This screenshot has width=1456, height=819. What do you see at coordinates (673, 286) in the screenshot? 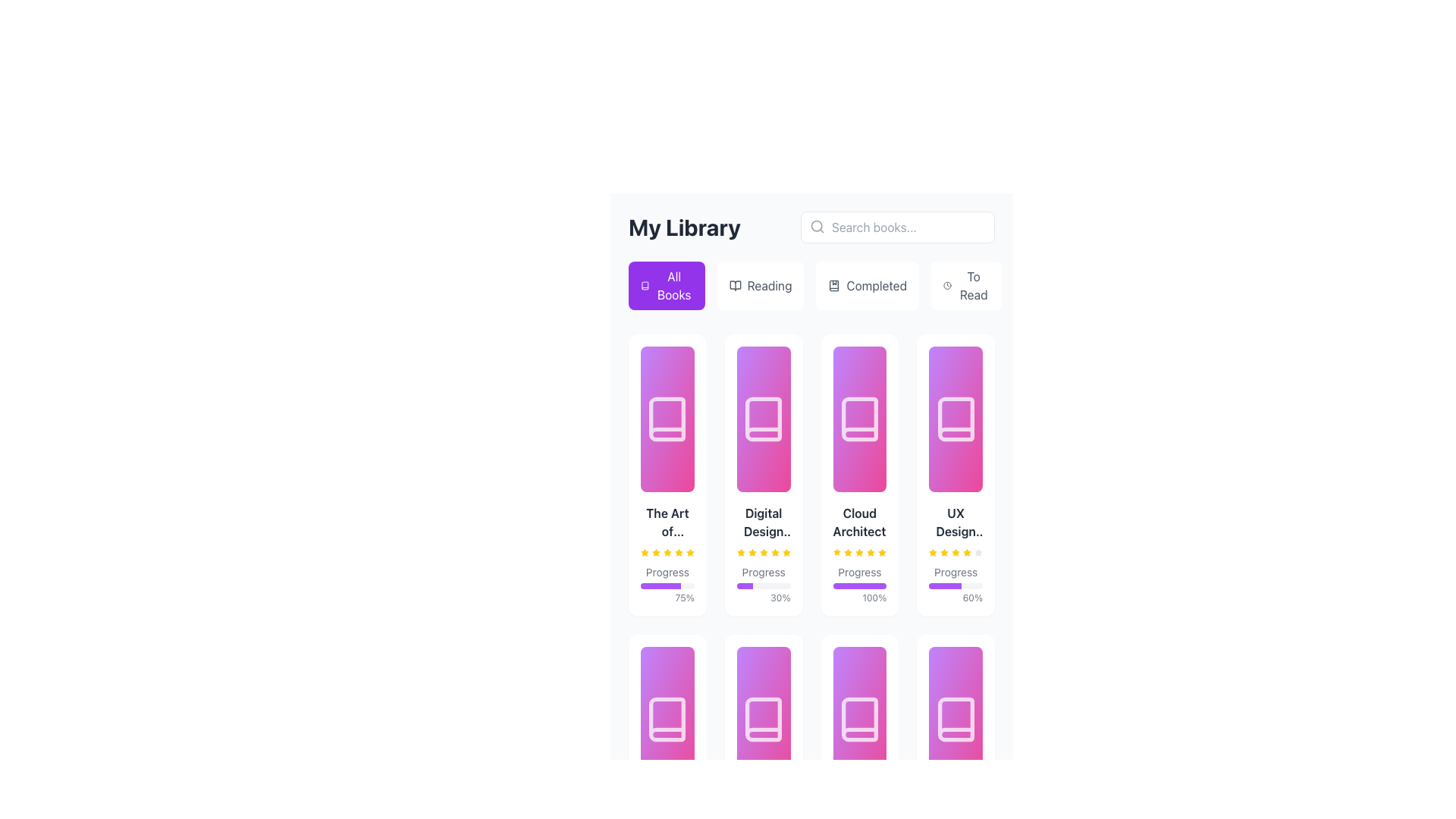
I see `the 'All Books' button, which is styled with white font on a vibrant purple background` at bounding box center [673, 286].